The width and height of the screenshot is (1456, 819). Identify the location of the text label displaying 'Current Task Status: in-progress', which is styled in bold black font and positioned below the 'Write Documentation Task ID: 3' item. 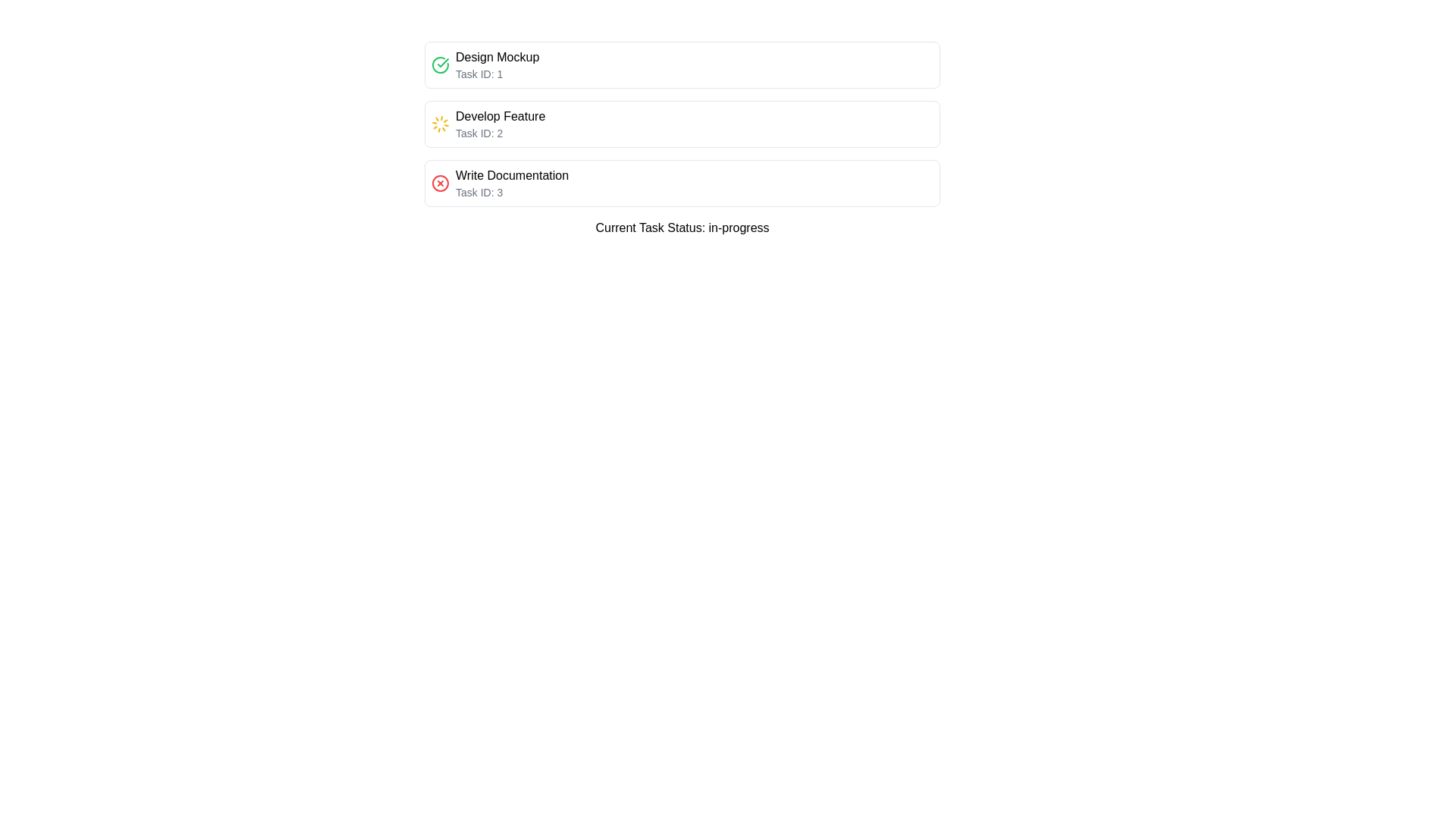
(682, 227).